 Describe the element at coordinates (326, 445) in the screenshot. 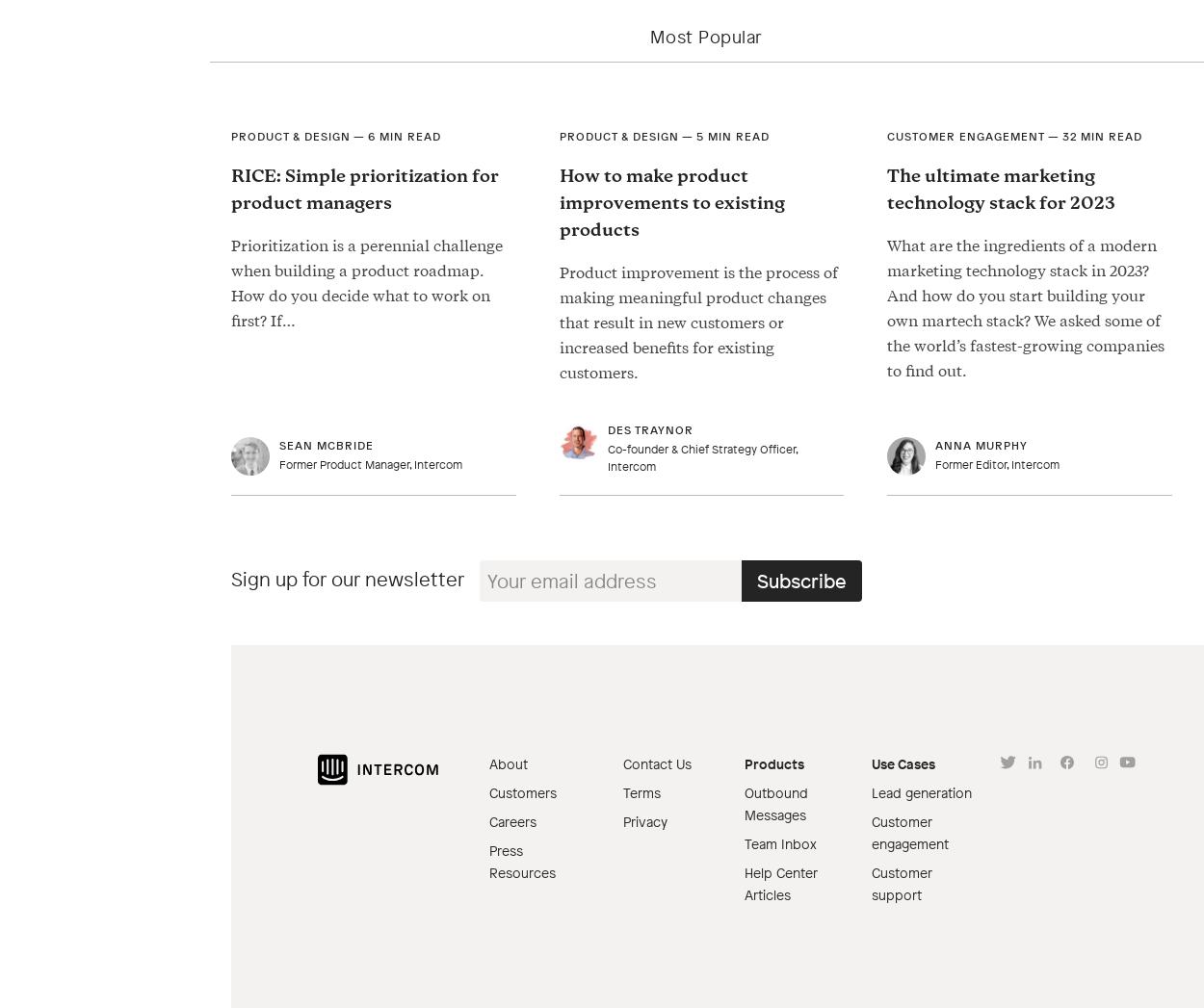

I see `'Sean McBride'` at that location.